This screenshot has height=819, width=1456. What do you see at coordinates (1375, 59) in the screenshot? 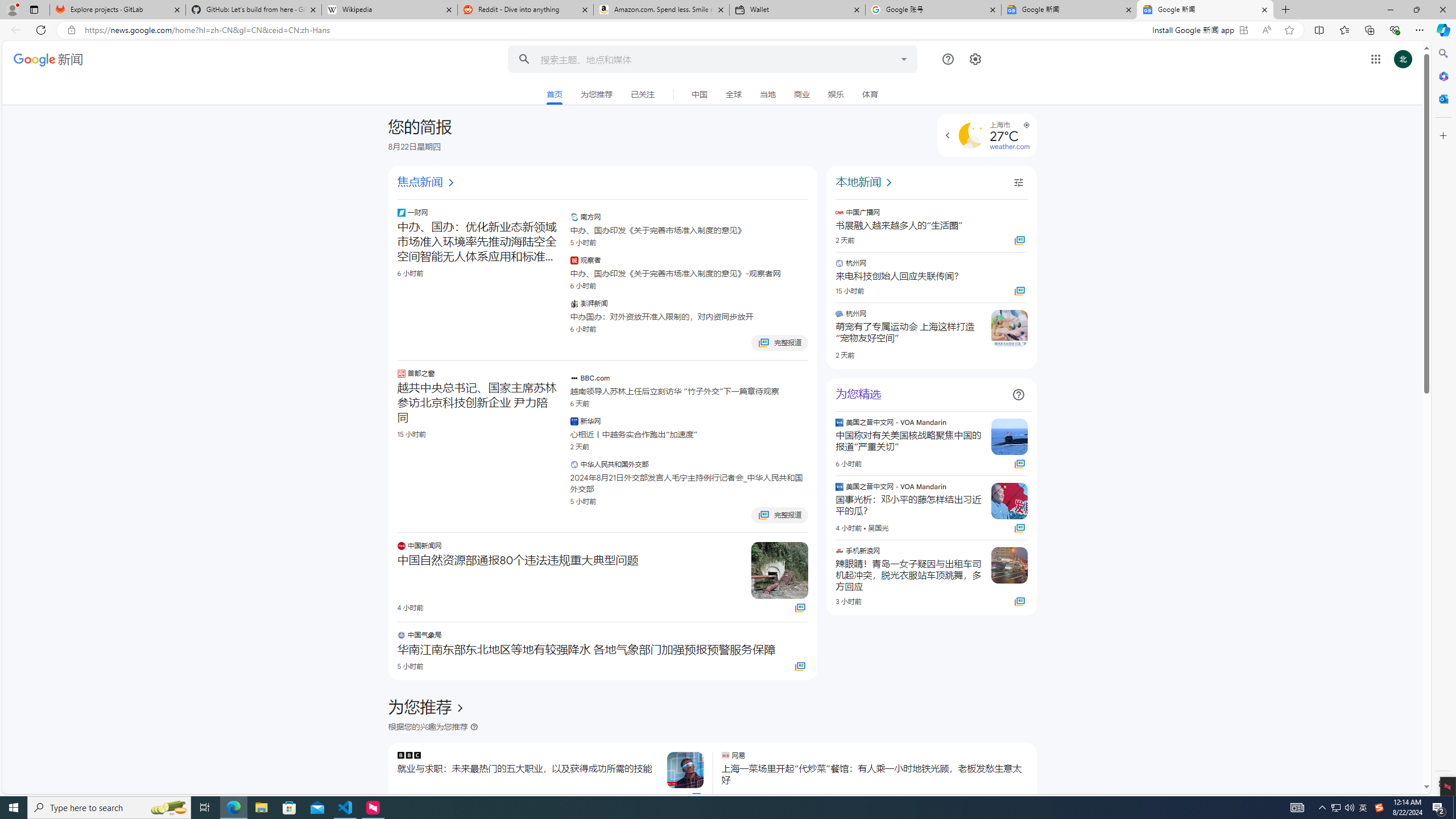
I see `'Class: gb_E'` at bounding box center [1375, 59].